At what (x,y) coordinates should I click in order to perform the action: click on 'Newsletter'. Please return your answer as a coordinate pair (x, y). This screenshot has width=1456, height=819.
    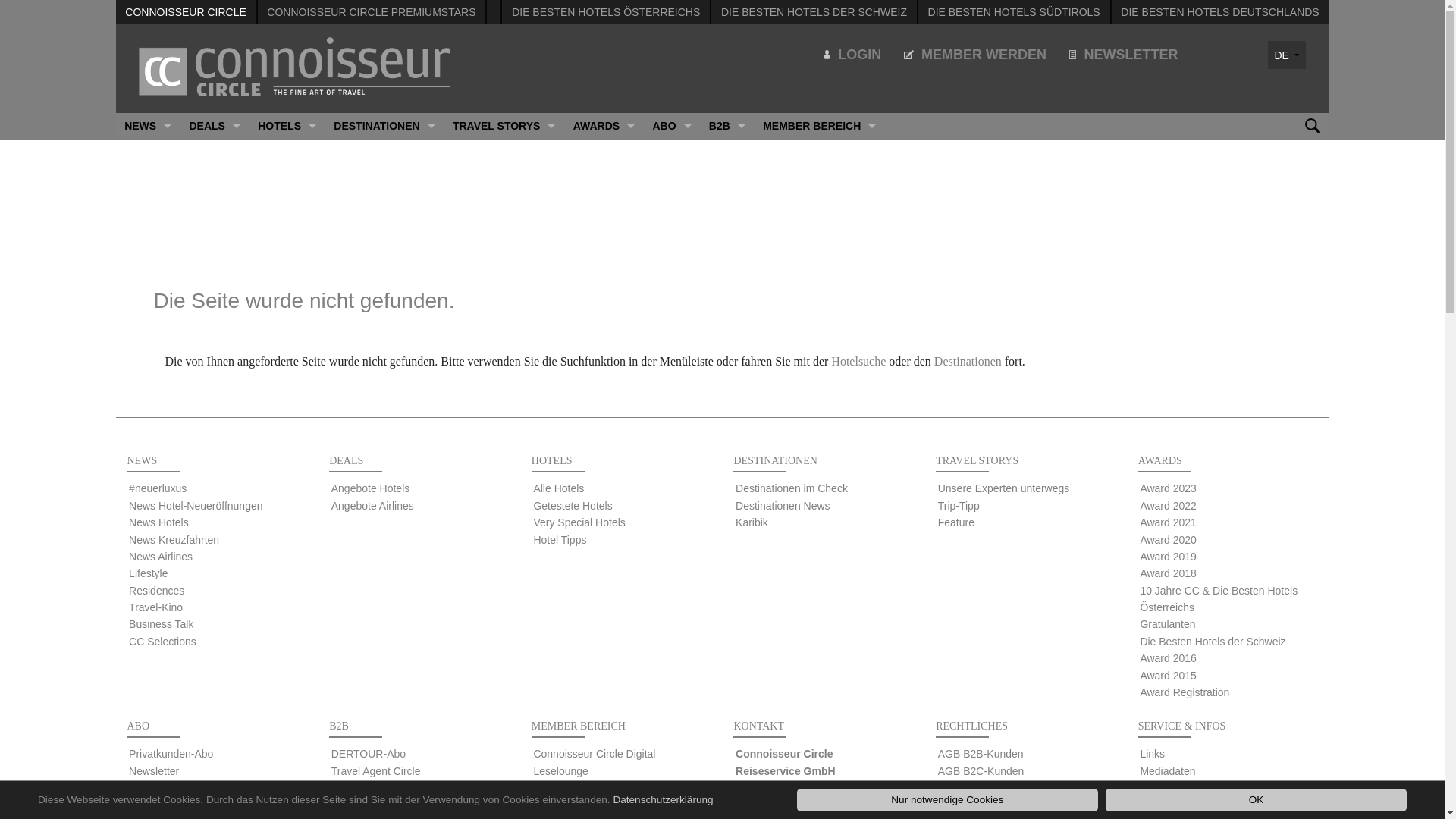
    Looking at the image, I should click on (153, 771).